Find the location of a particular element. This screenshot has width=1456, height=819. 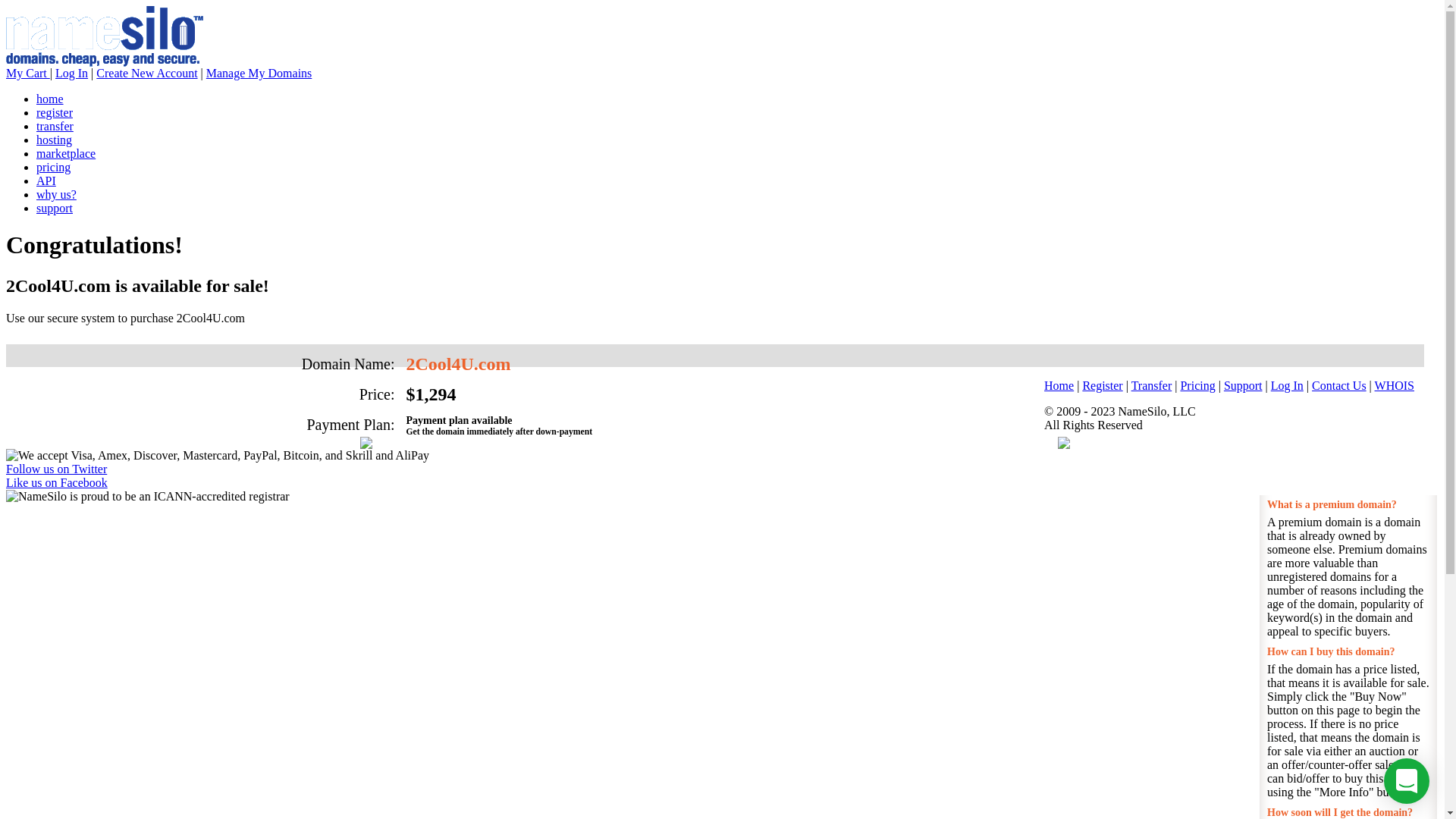

'Like us on Facebook' is located at coordinates (57, 482).